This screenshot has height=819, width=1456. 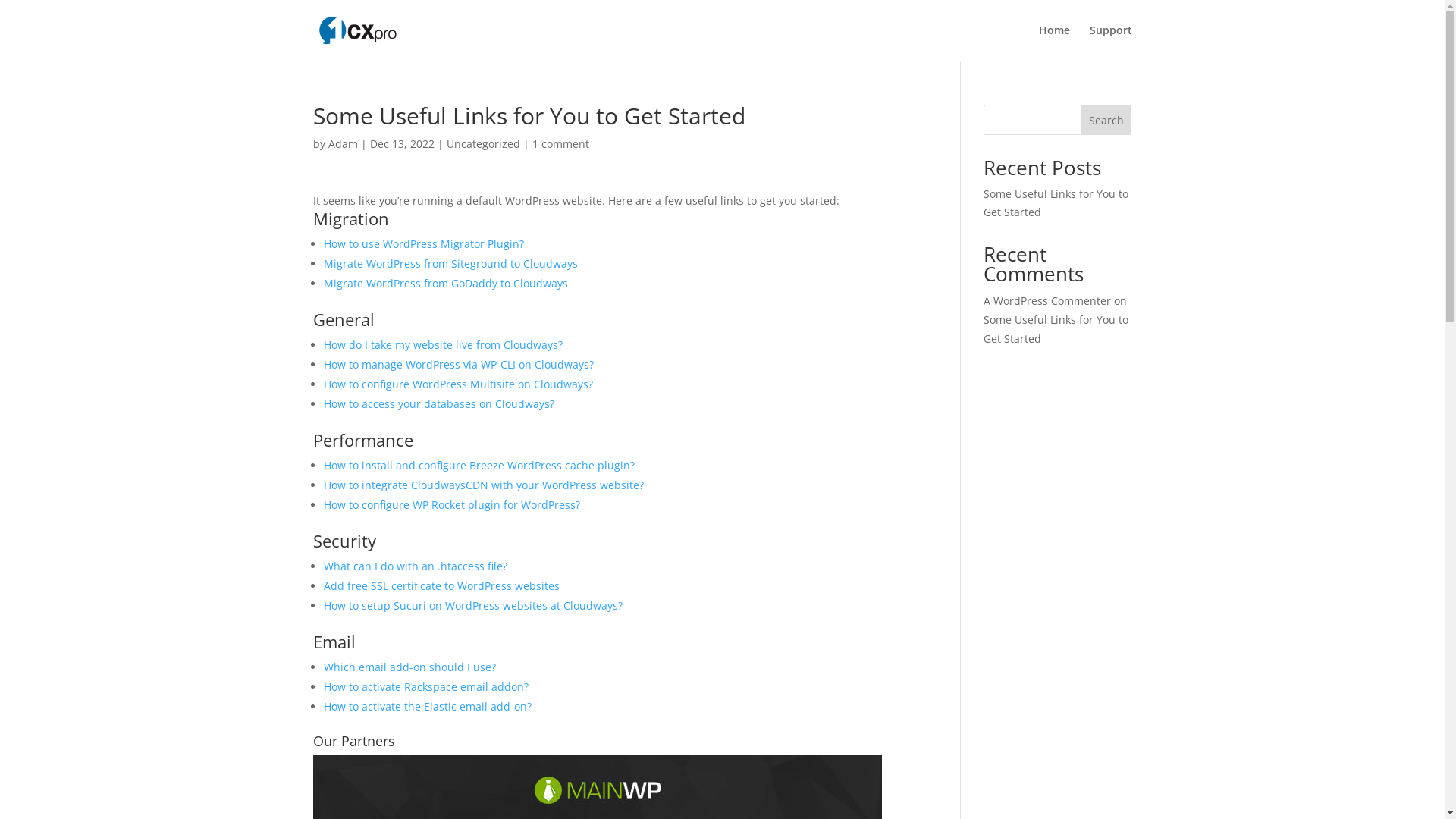 I want to click on 'Support', so click(x=1110, y=42).